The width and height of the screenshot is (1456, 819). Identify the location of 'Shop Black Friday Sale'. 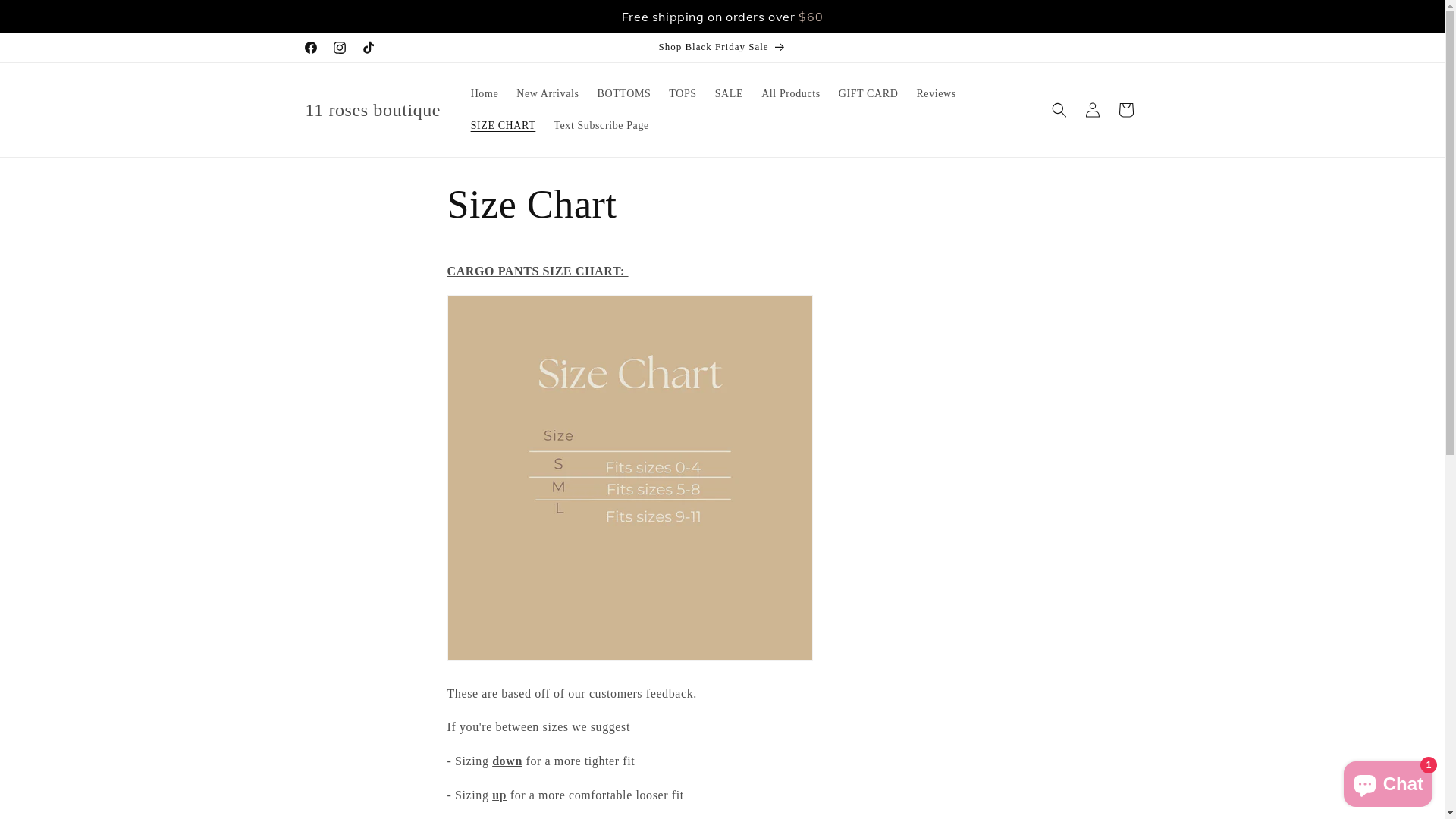
(720, 46).